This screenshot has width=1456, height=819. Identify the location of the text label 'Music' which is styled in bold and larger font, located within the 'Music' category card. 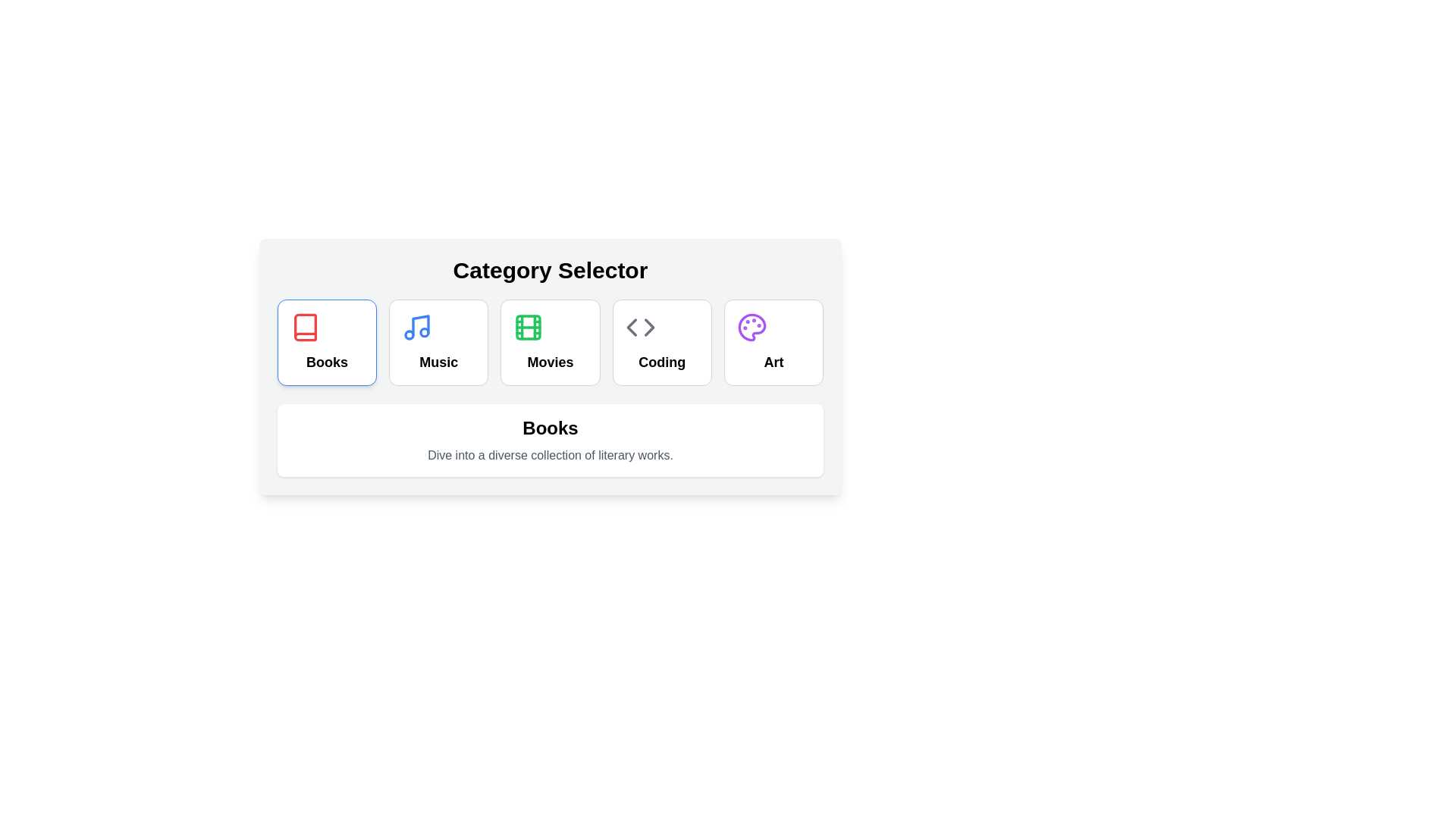
(438, 362).